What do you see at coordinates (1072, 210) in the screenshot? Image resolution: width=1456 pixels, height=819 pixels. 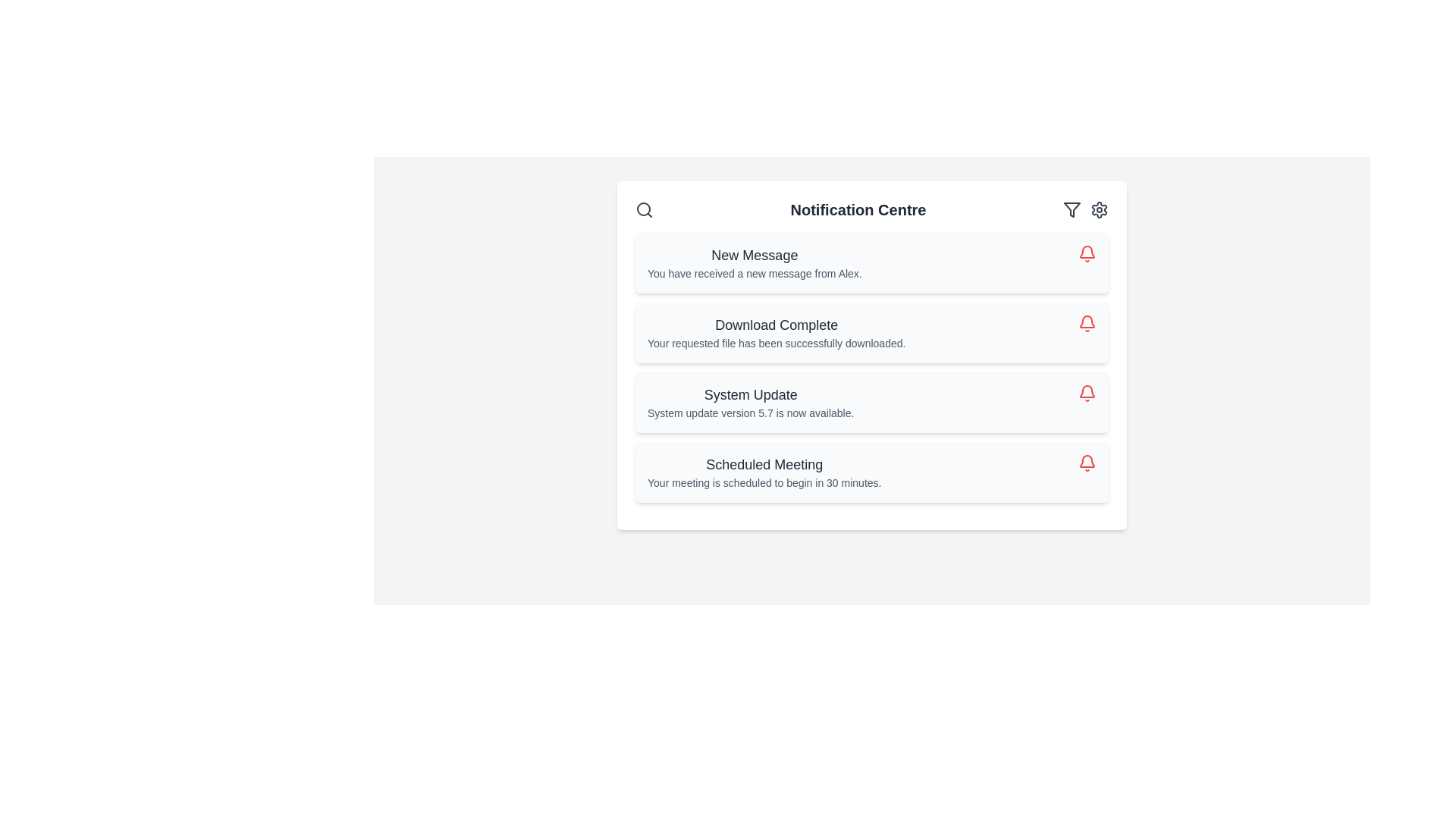 I see `the filter icon located at the far-right of the notification center modal` at bounding box center [1072, 210].